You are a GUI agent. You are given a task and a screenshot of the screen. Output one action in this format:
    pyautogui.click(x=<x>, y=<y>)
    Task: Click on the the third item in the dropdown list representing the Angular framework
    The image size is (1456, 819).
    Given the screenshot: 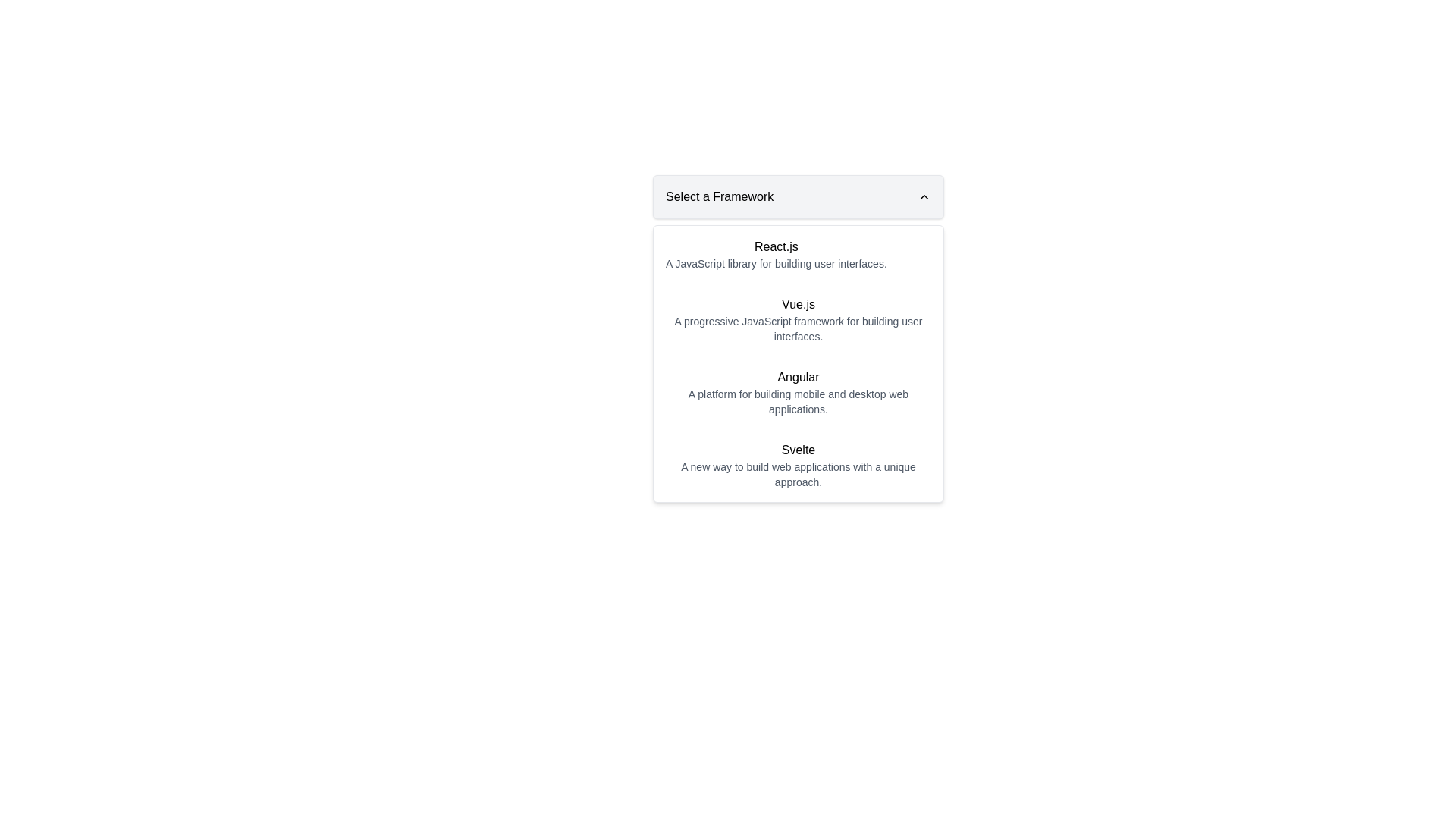 What is the action you would take?
    pyautogui.click(x=797, y=391)
    